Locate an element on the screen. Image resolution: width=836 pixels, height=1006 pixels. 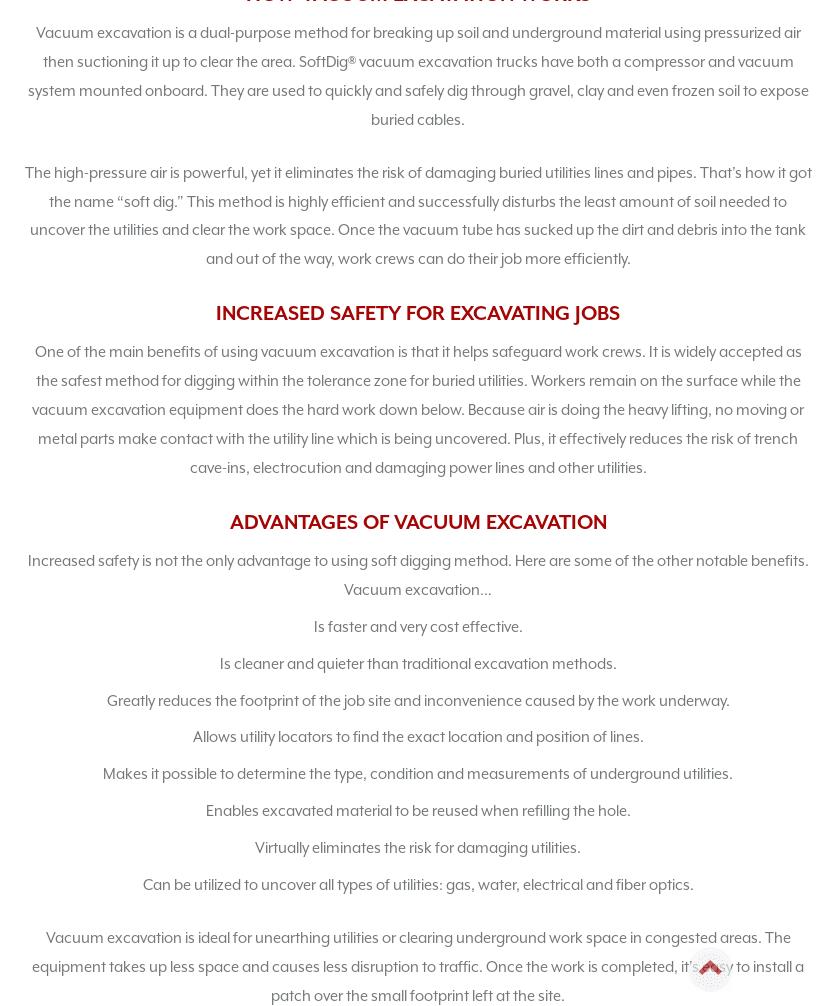
'Vacuum excavation is ideal for unearthing utilities or clearing underground work space in congested areas. The equipment takes up less space and causes less disruption to traffic. Once the work is completed, it’s easy to install a patch over the small footprint left at the site.' is located at coordinates (32, 964).